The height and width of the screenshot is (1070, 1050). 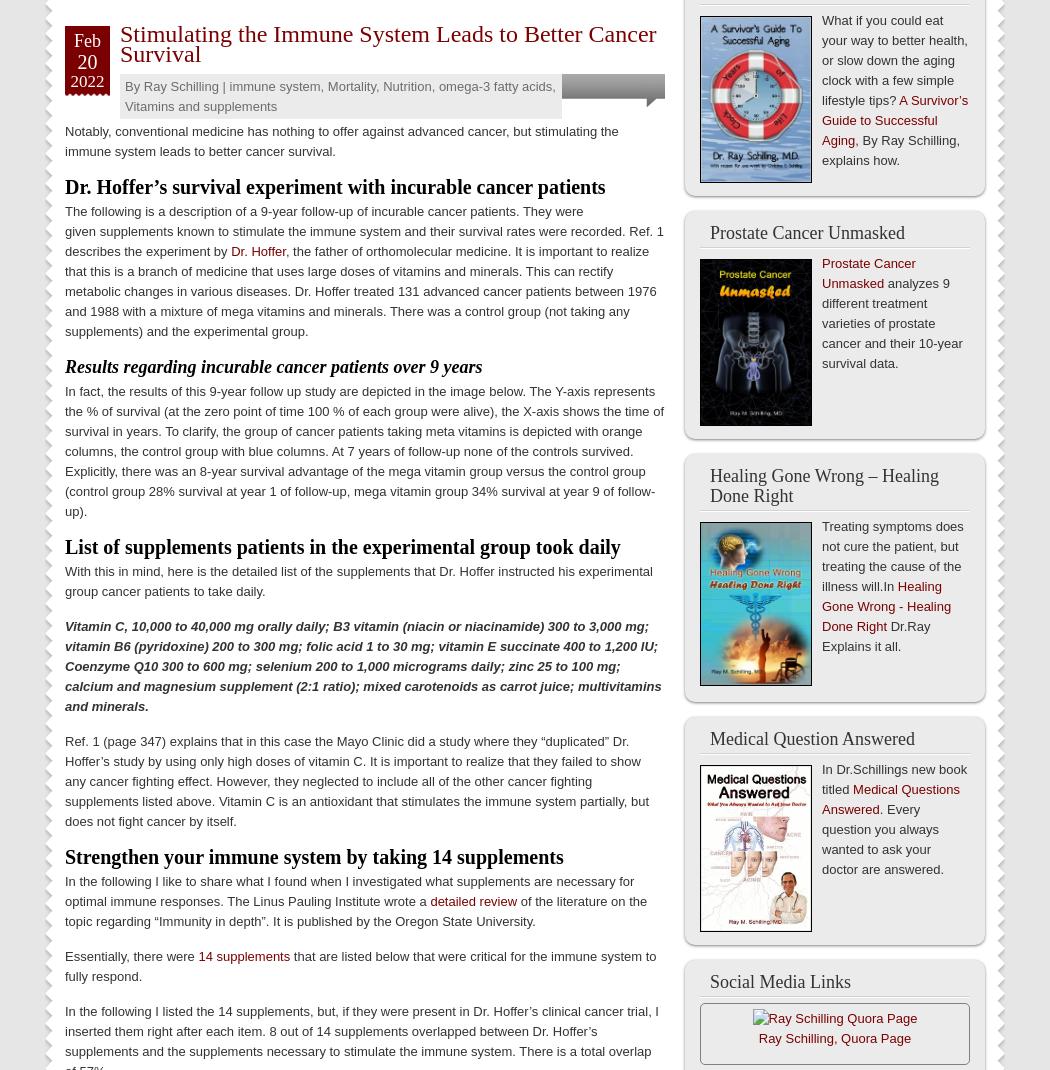 What do you see at coordinates (875, 636) in the screenshot?
I see `'Dr.Ray Explains it all.'` at bounding box center [875, 636].